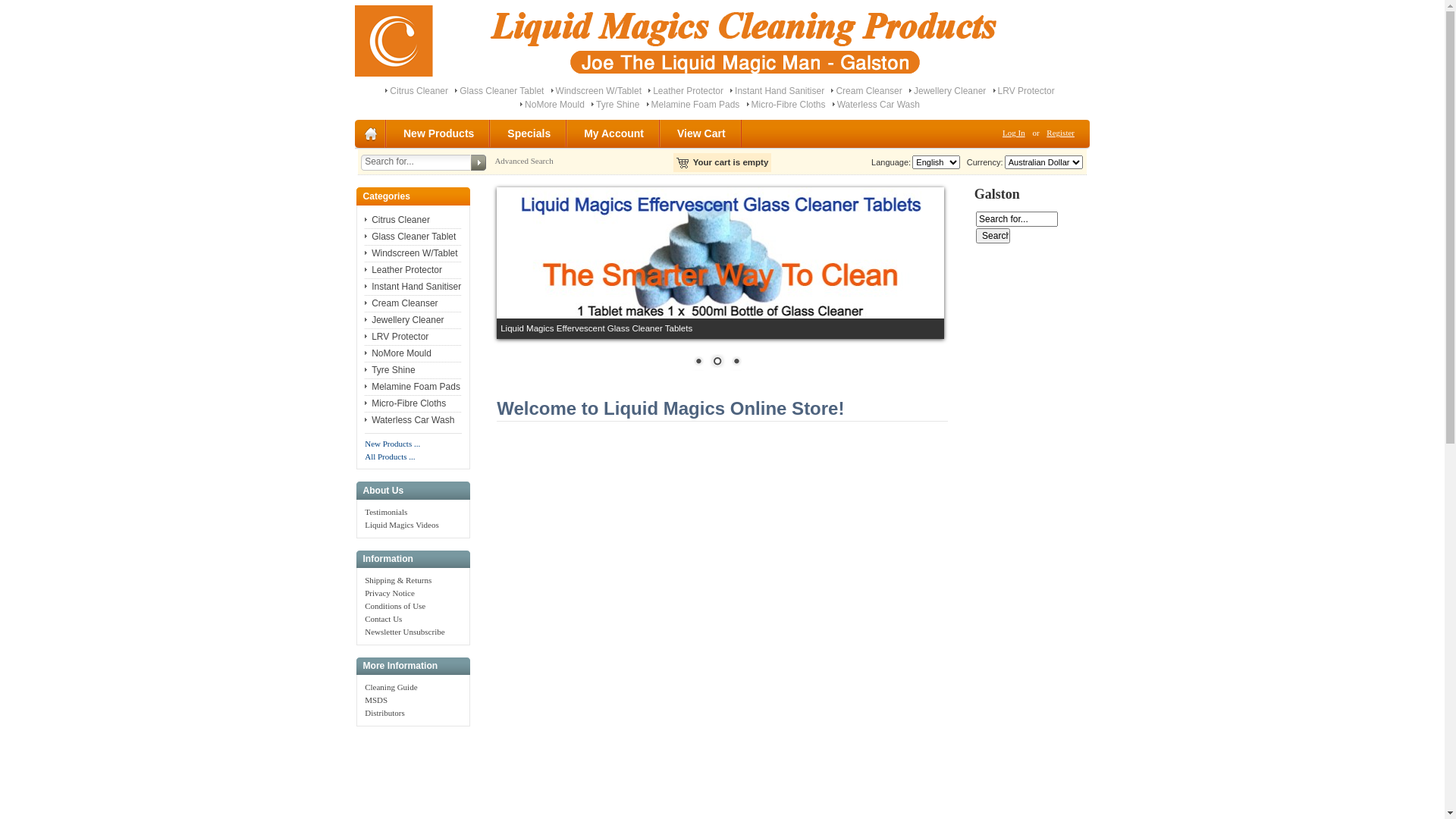 The image size is (1456, 819). What do you see at coordinates (779, 90) in the screenshot?
I see `'Instant Hand Sanitiser'` at bounding box center [779, 90].